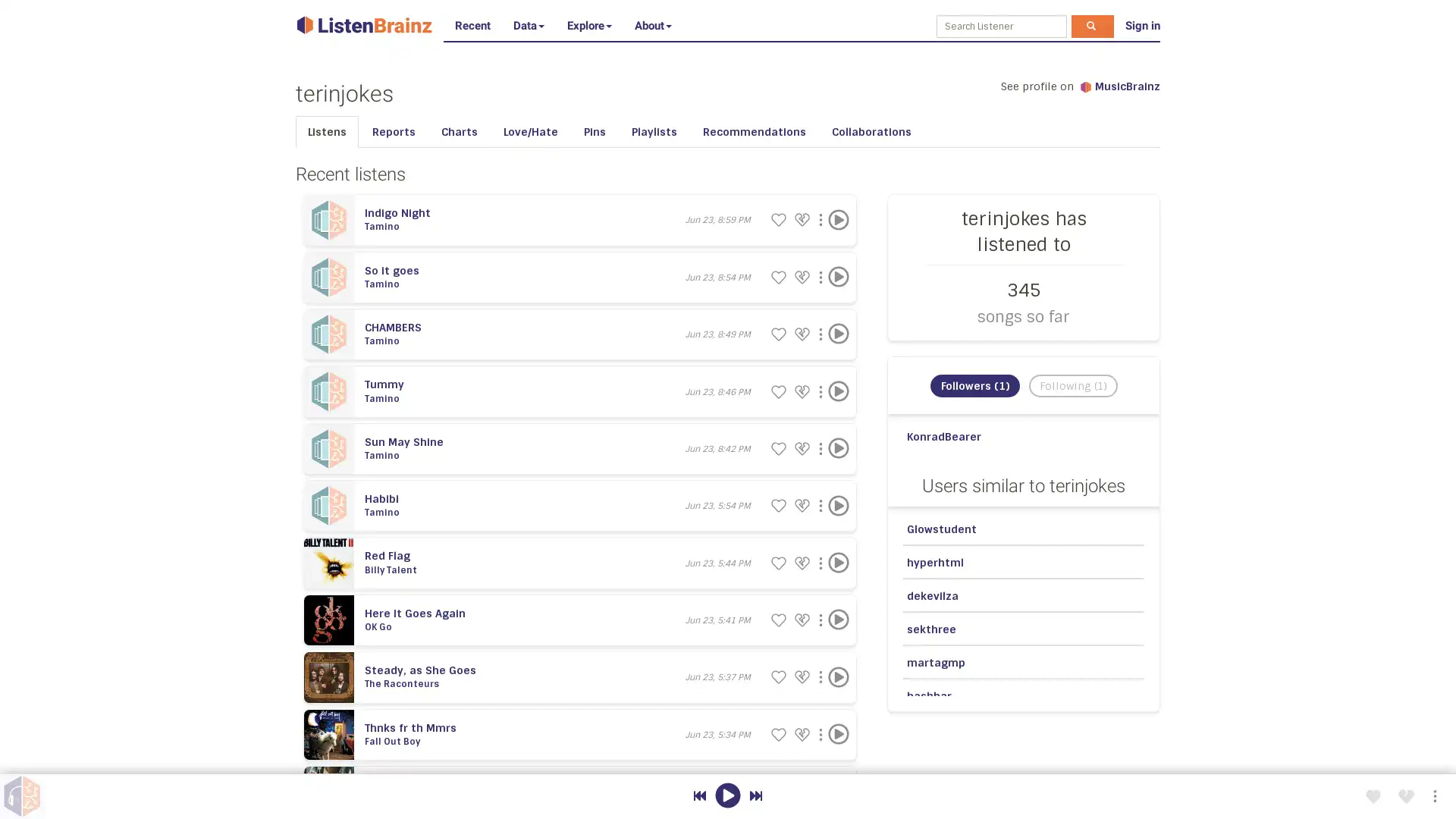 The height and width of the screenshot is (819, 1456). Describe the element at coordinates (837, 676) in the screenshot. I see `Play` at that location.